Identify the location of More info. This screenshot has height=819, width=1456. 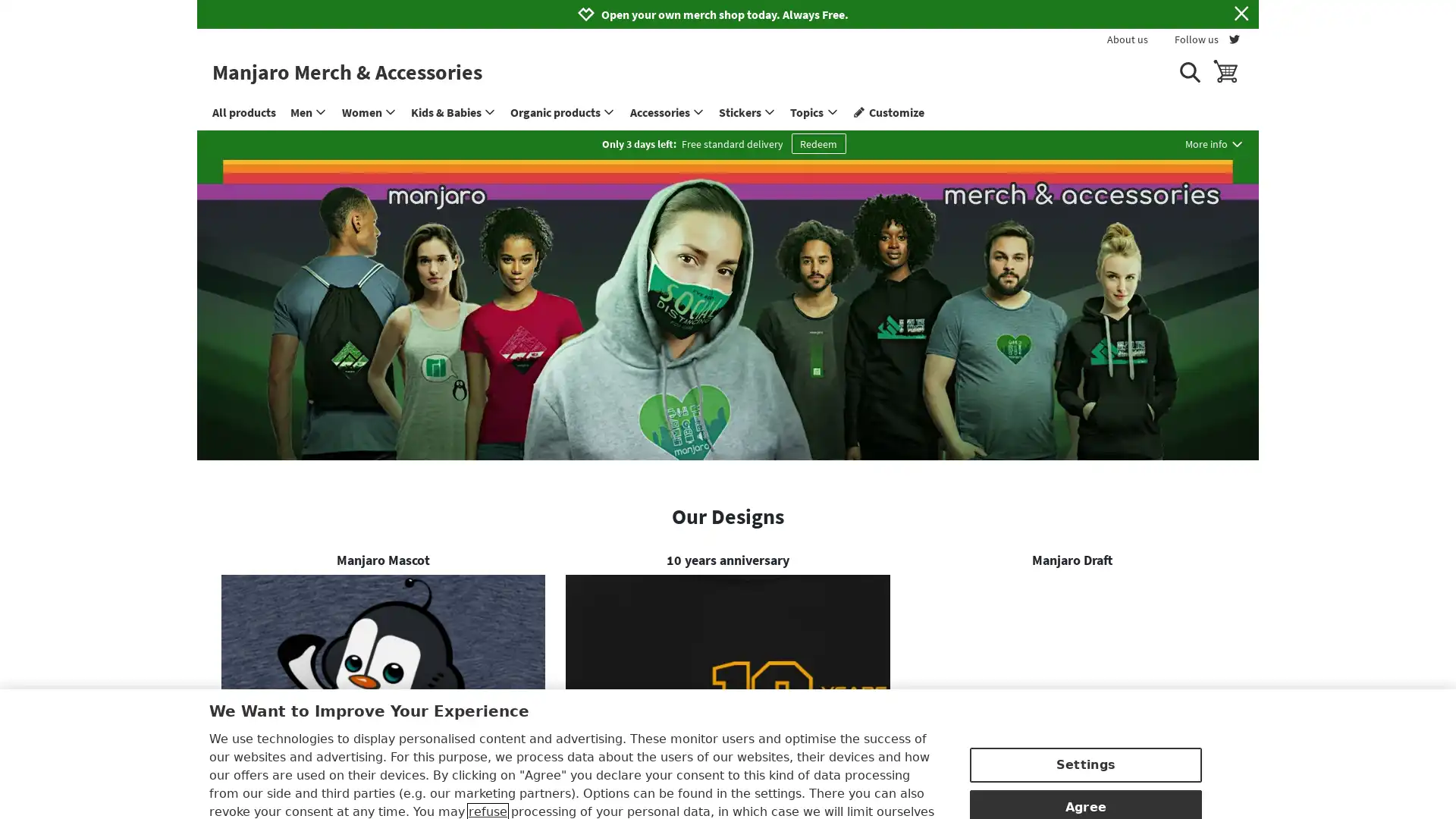
(1214, 143).